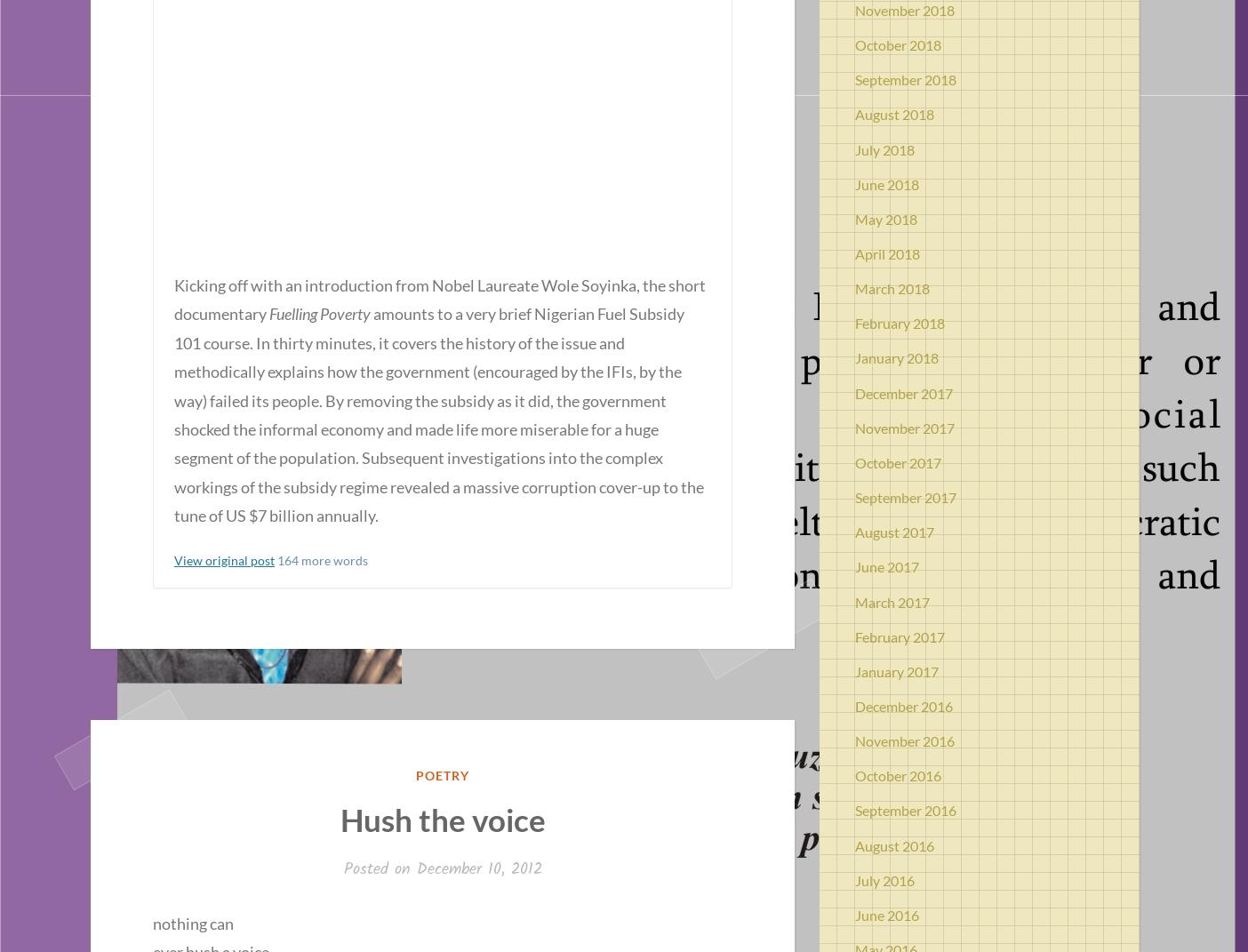  What do you see at coordinates (900, 322) in the screenshot?
I see `'February 2018'` at bounding box center [900, 322].